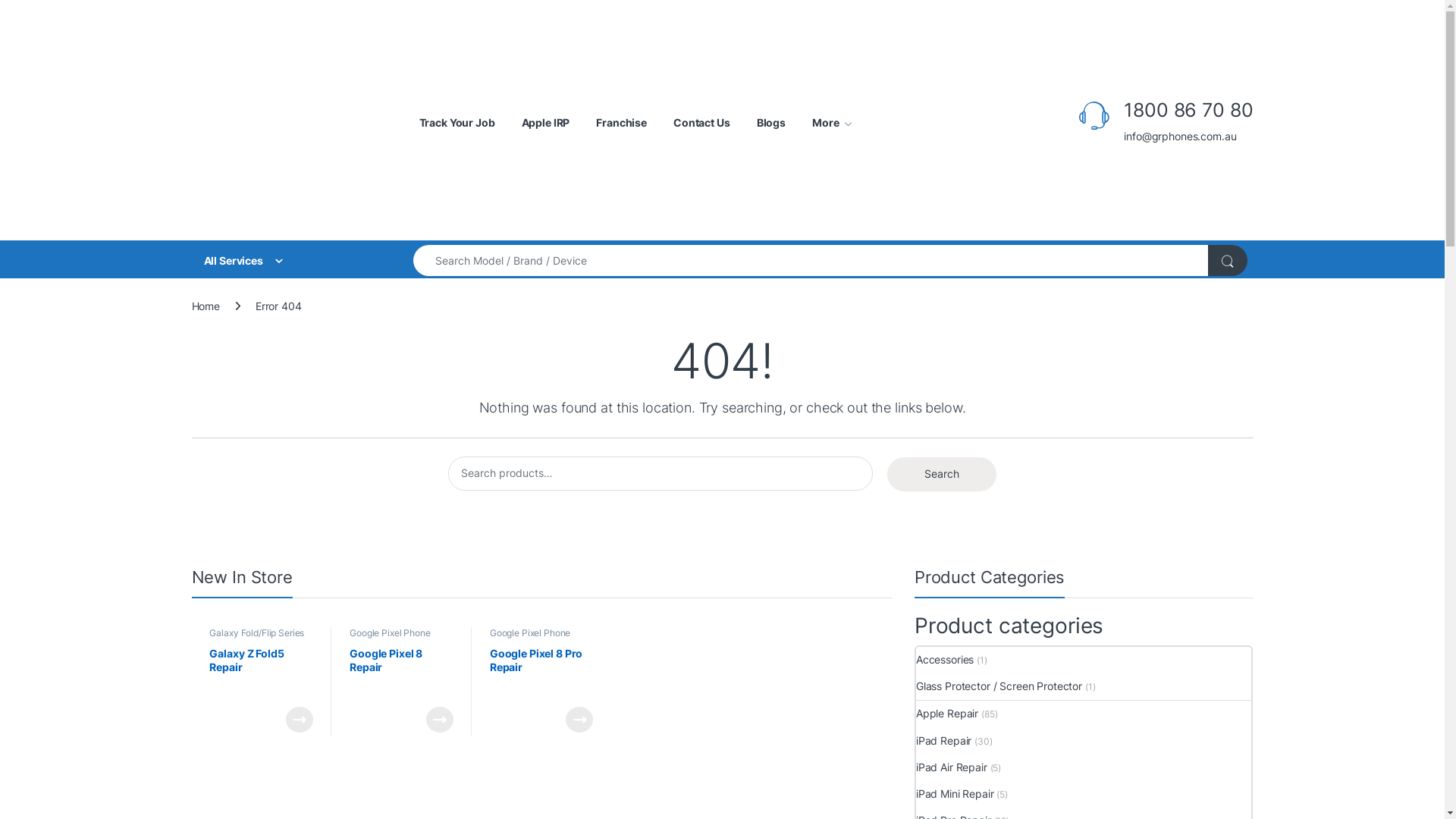  What do you see at coordinates (999, 686) in the screenshot?
I see `'Glass Protector / Screen Protector'` at bounding box center [999, 686].